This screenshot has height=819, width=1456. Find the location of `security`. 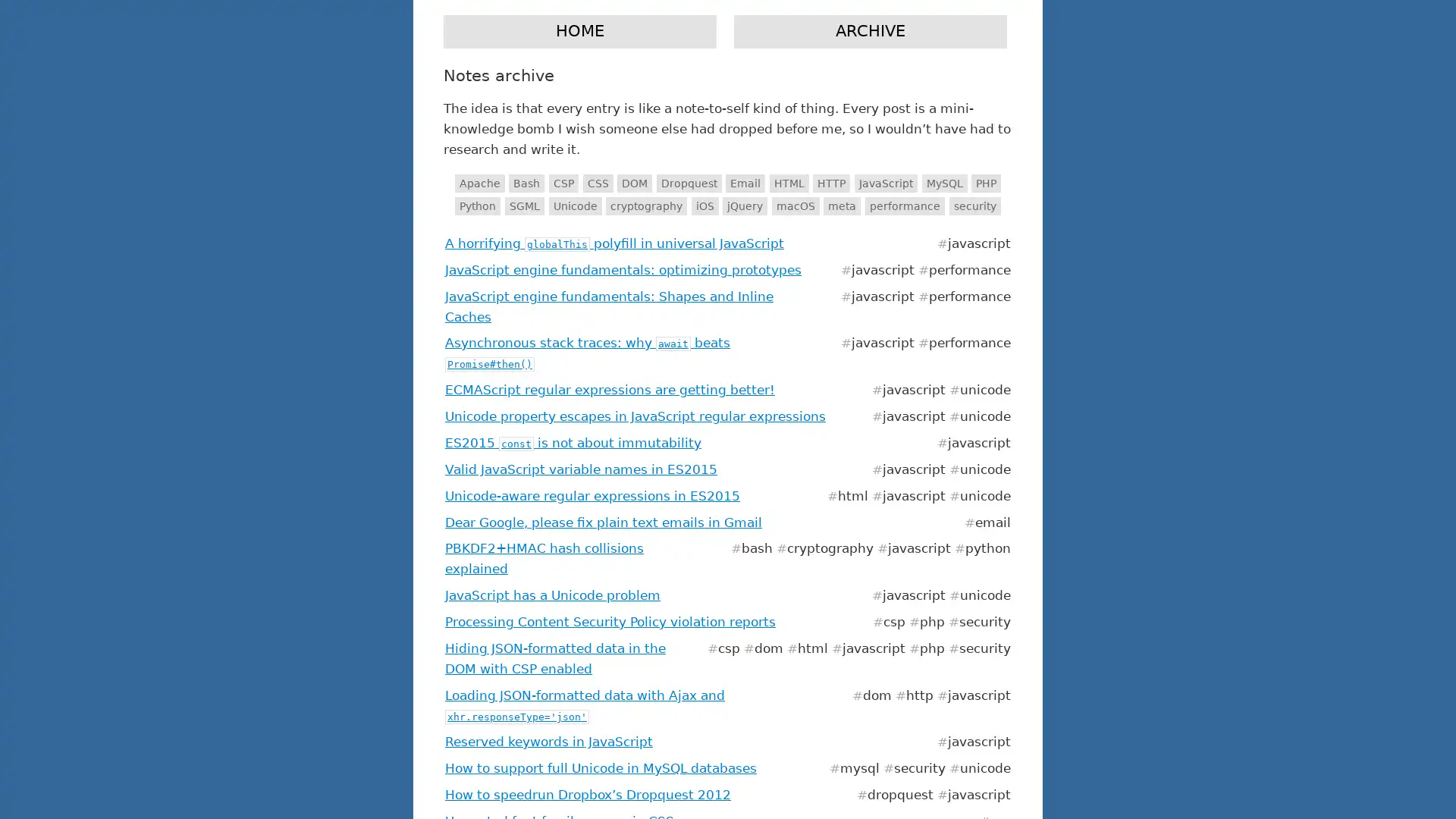

security is located at coordinates (974, 206).